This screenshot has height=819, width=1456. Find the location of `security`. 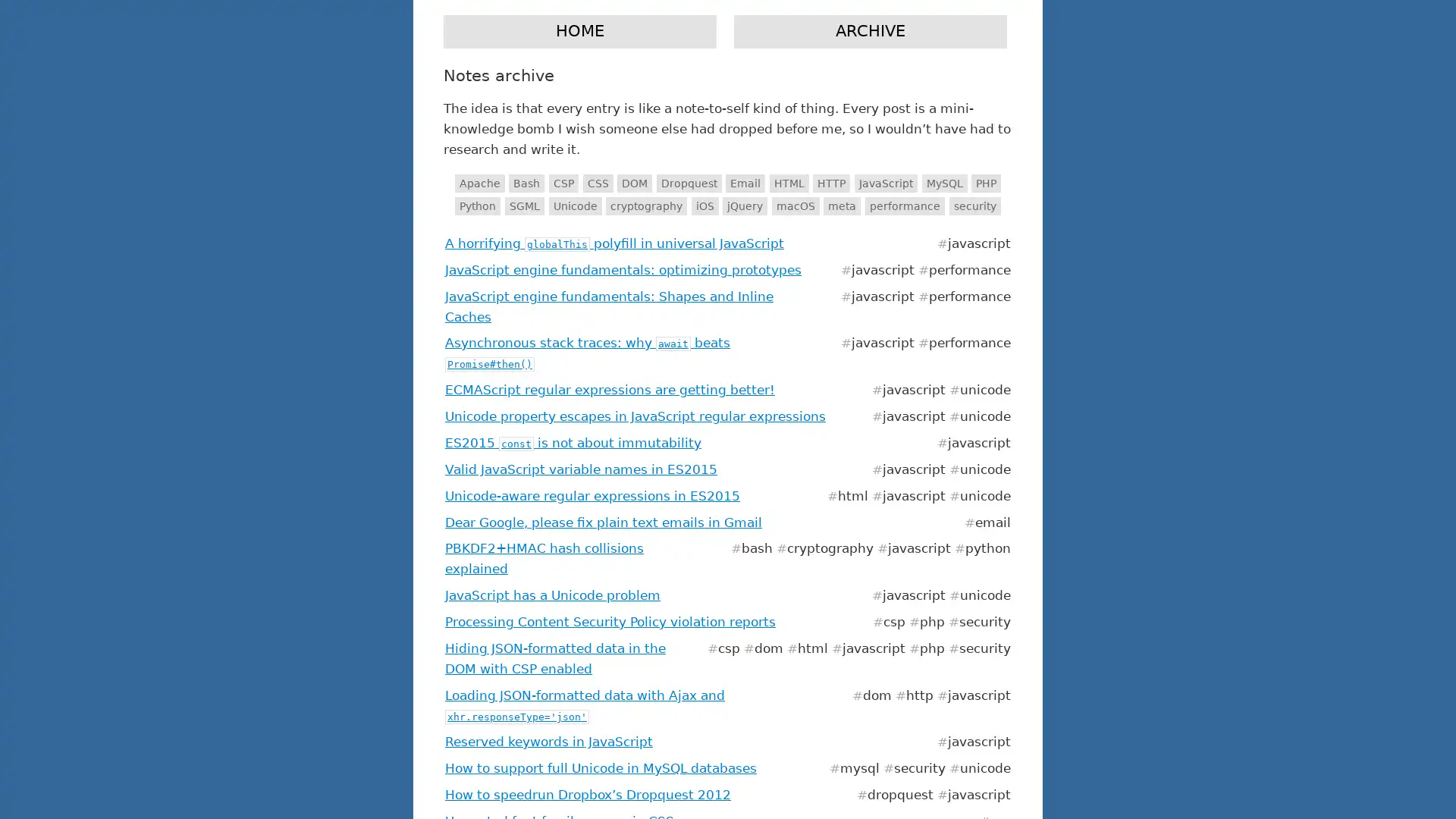

security is located at coordinates (974, 206).